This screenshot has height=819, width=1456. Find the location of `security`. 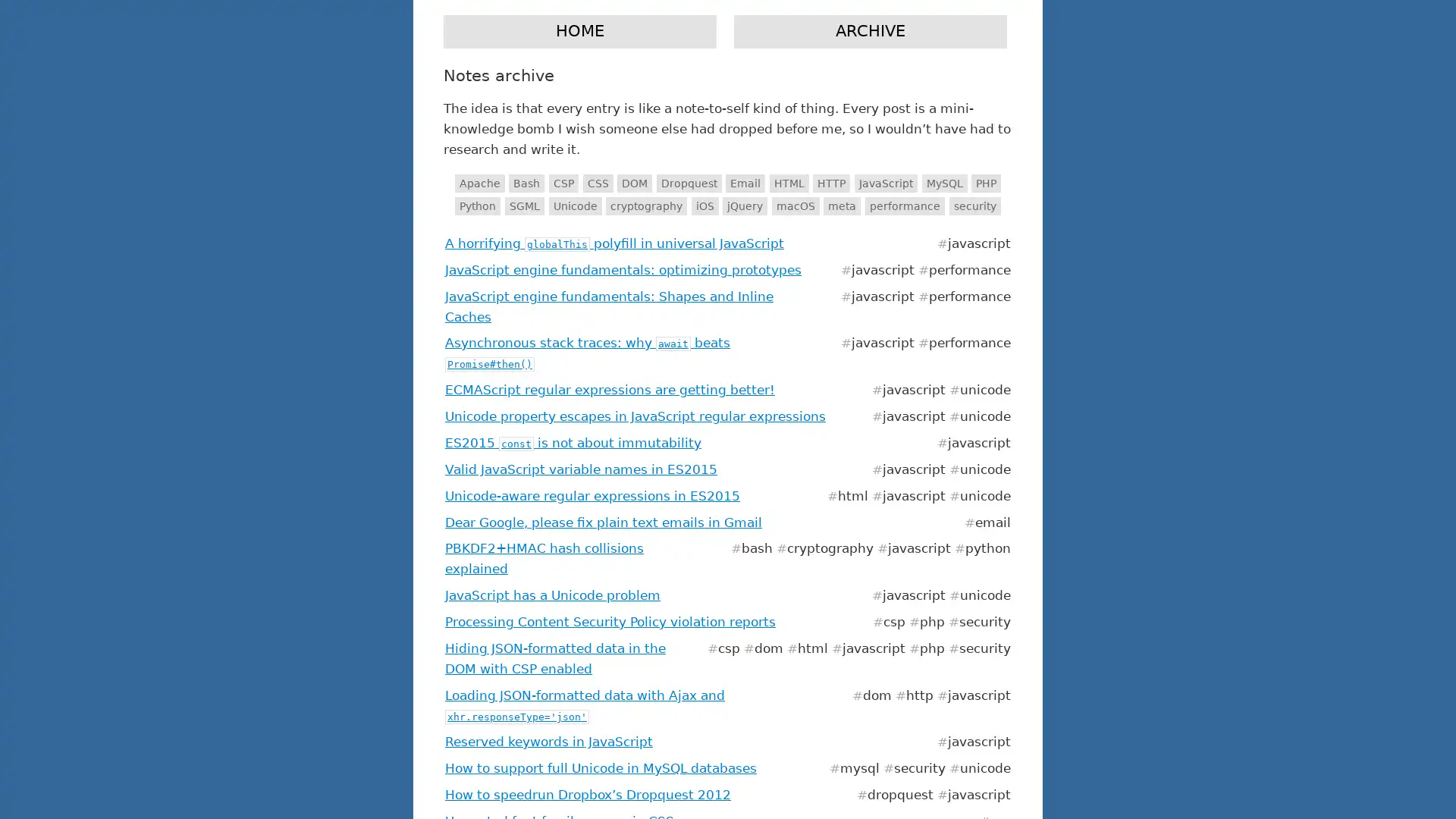

security is located at coordinates (974, 206).